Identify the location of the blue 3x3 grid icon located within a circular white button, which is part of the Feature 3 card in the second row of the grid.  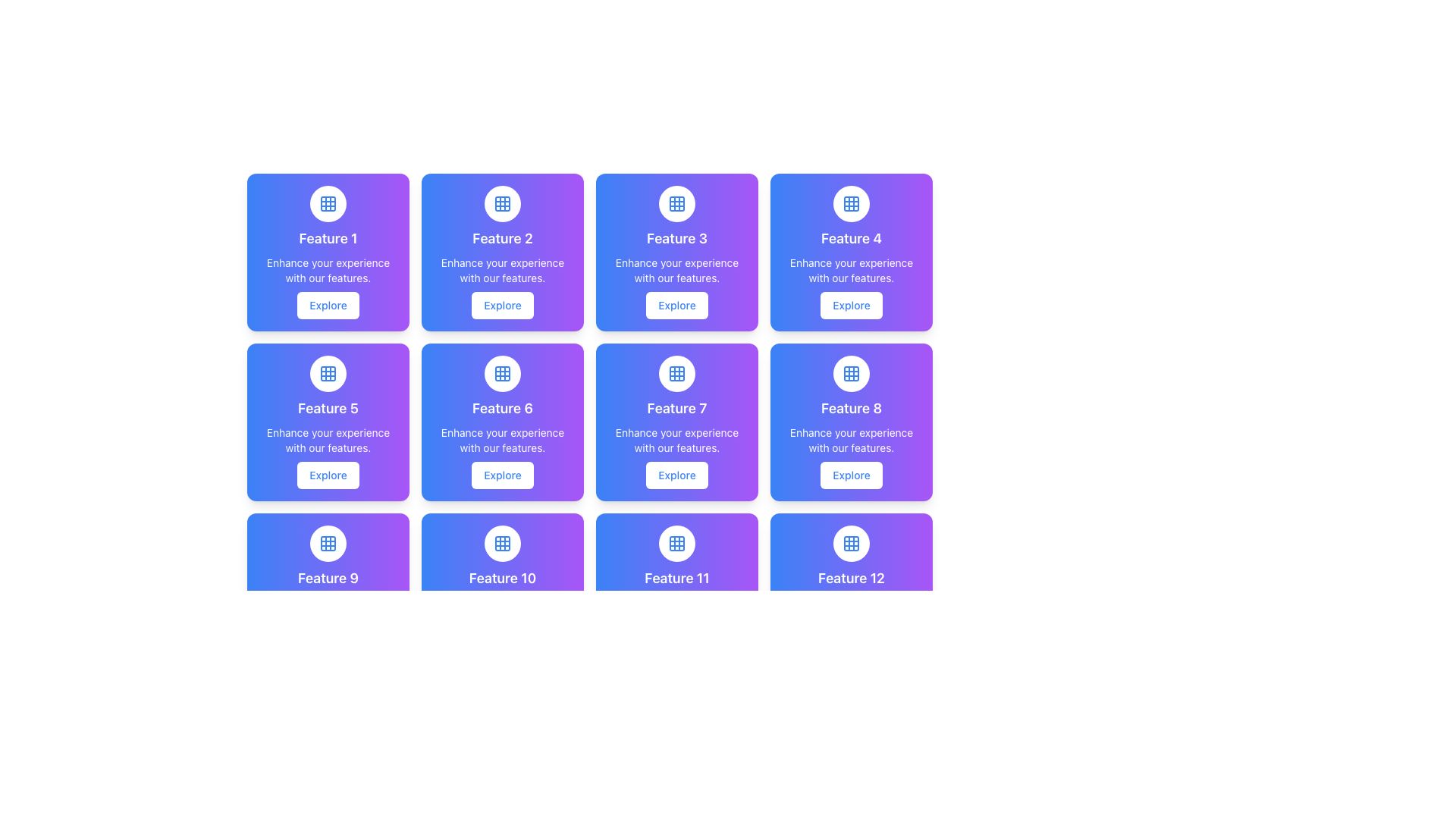
(676, 203).